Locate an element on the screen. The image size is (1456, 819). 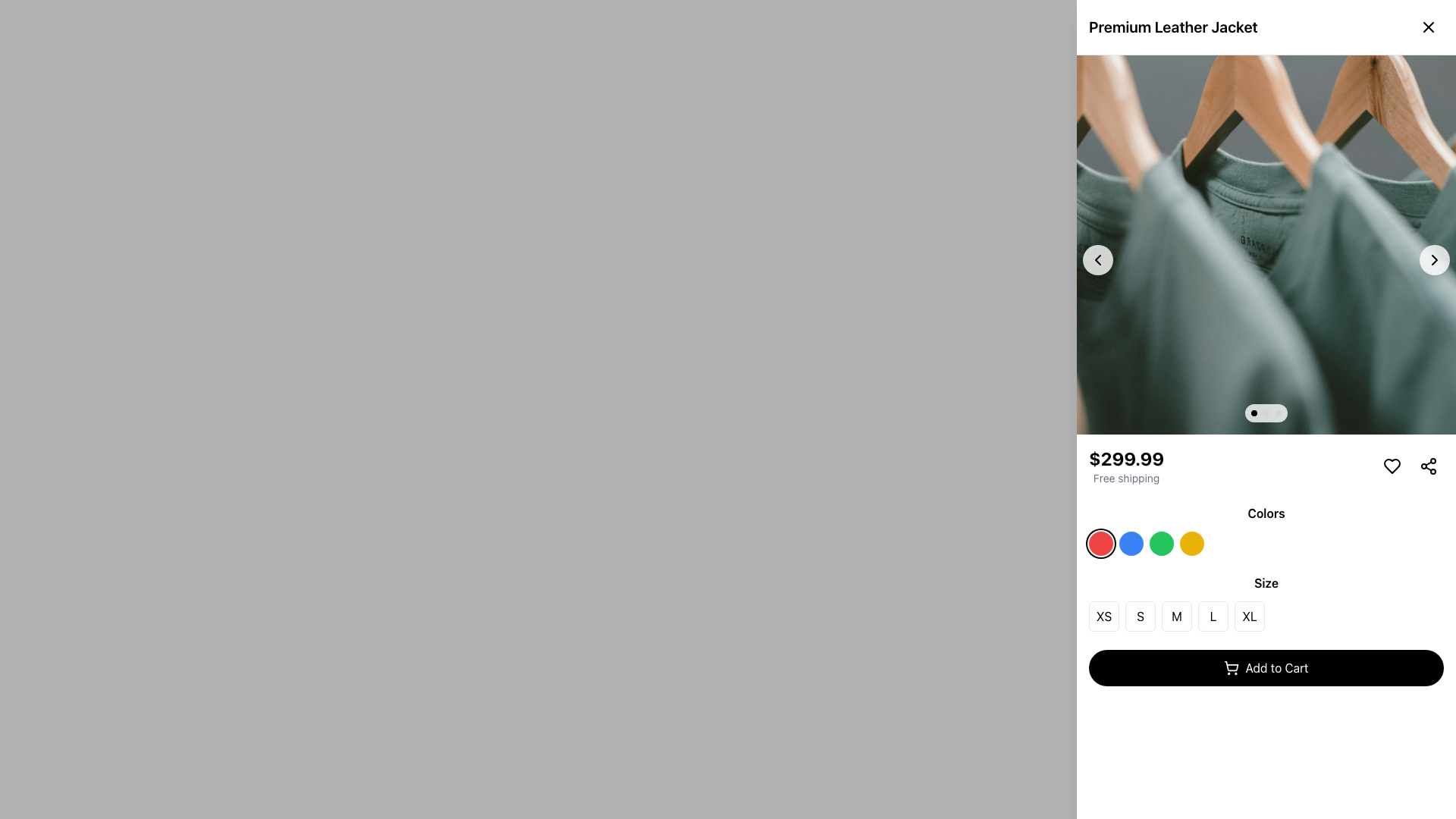
the monochrome shopping cart SVG icon located to the left of the 'Add to Cart' button, which is centered at the bottom of the product information section is located at coordinates (1232, 667).